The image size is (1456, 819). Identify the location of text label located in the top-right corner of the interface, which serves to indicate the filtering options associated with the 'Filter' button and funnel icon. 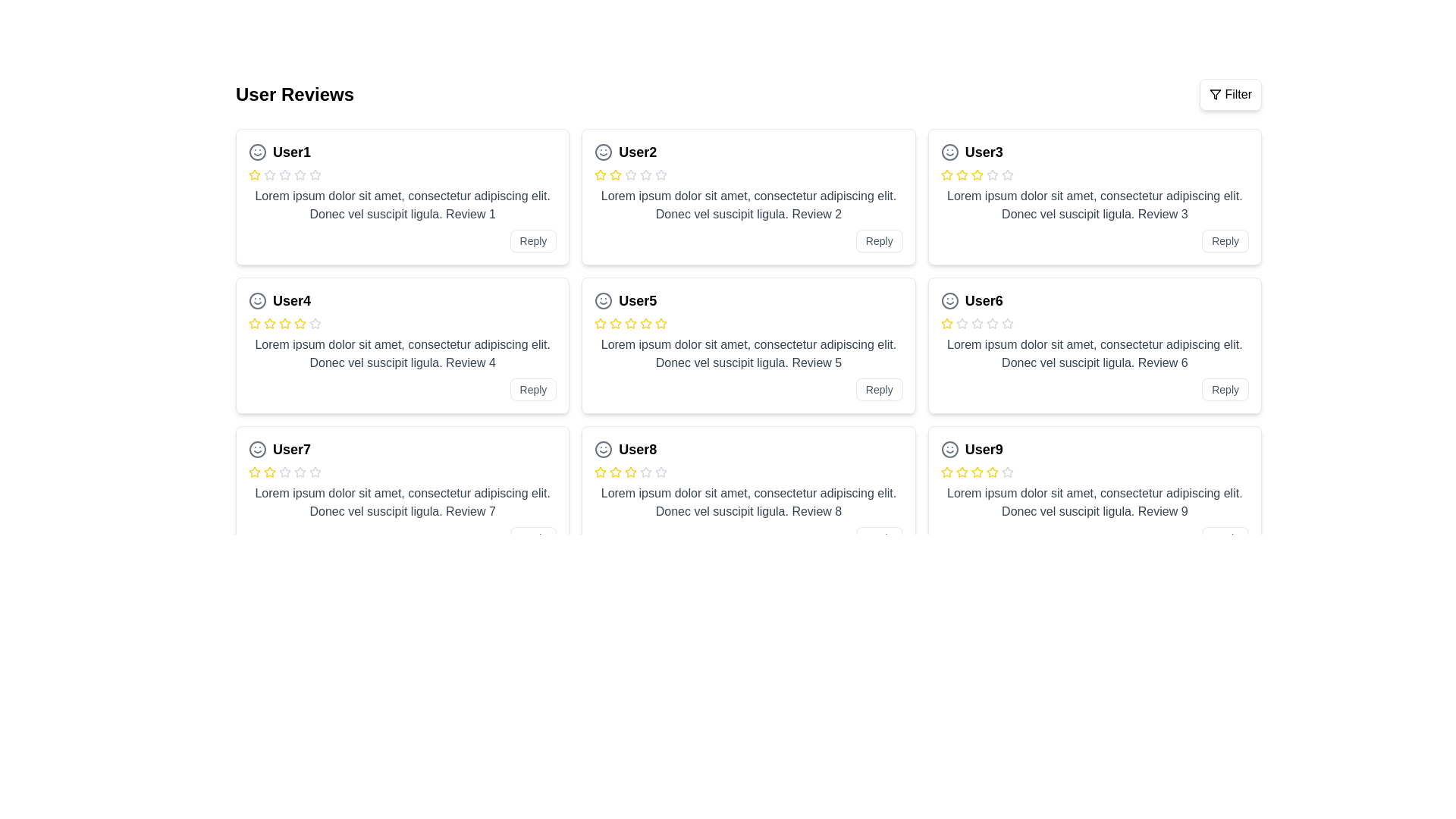
(1238, 94).